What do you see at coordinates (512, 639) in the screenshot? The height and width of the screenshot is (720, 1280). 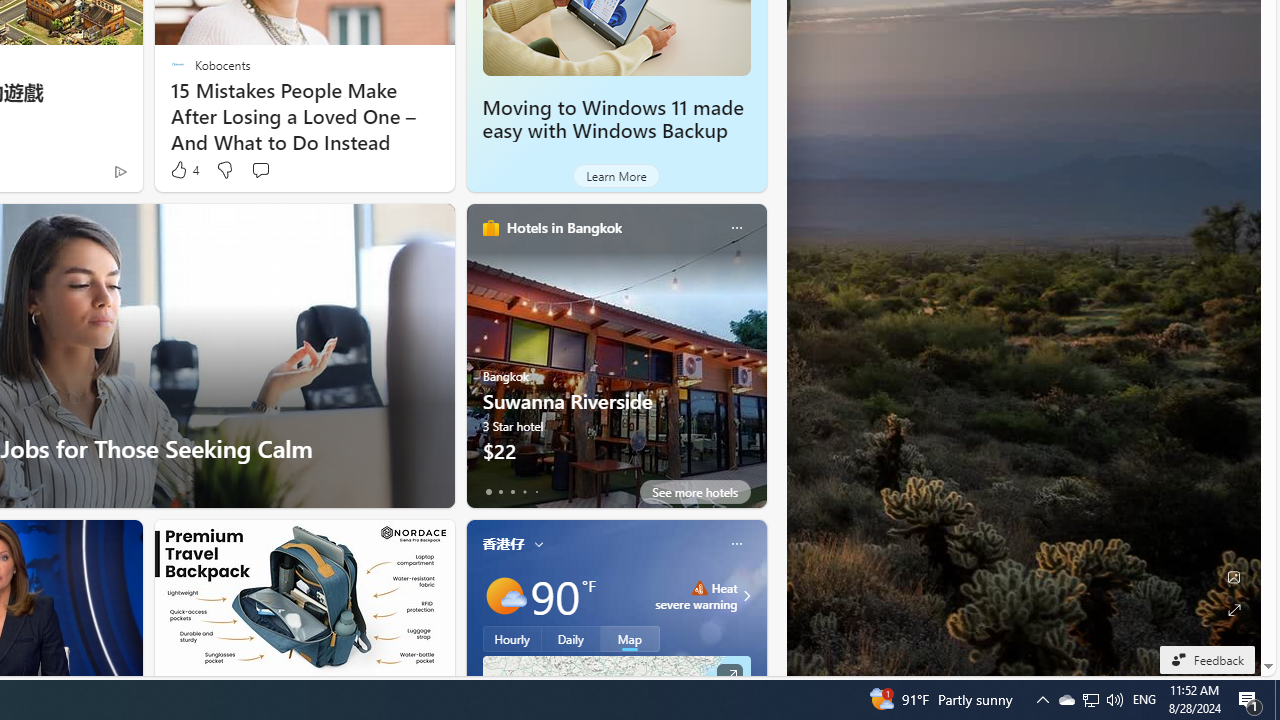 I see `'Hourly'` at bounding box center [512, 639].